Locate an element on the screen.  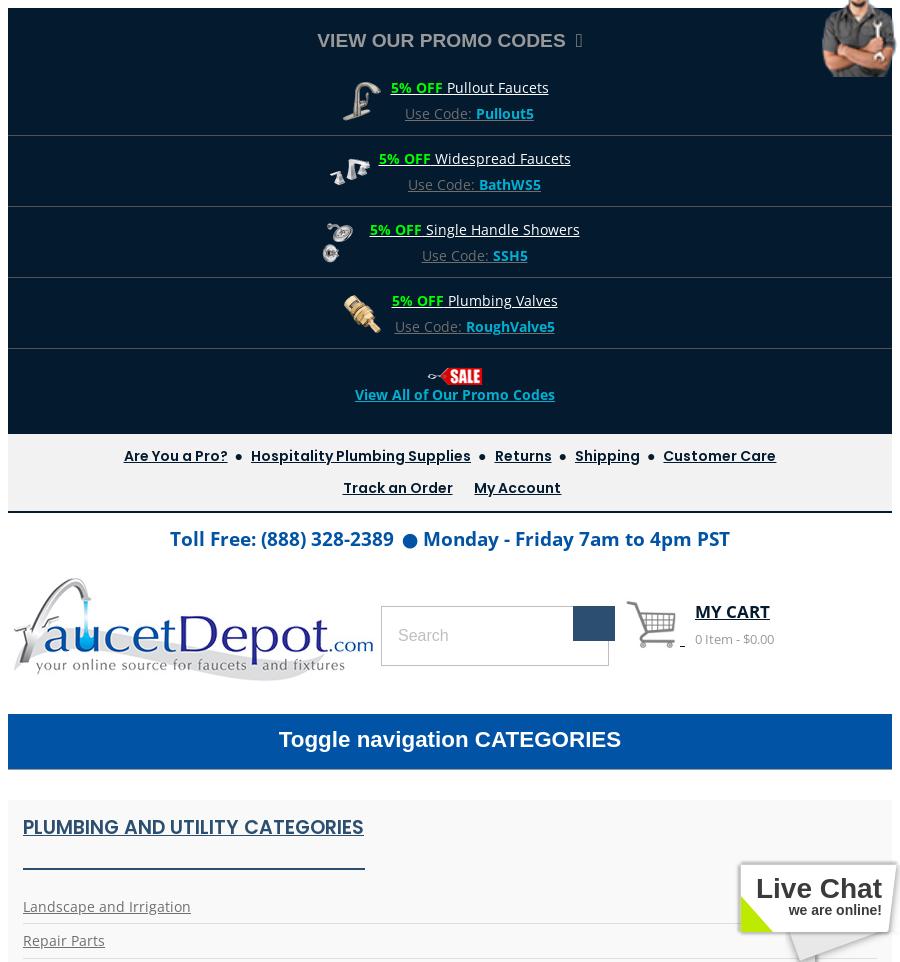
'Single Handle Showers' is located at coordinates (421, 228).